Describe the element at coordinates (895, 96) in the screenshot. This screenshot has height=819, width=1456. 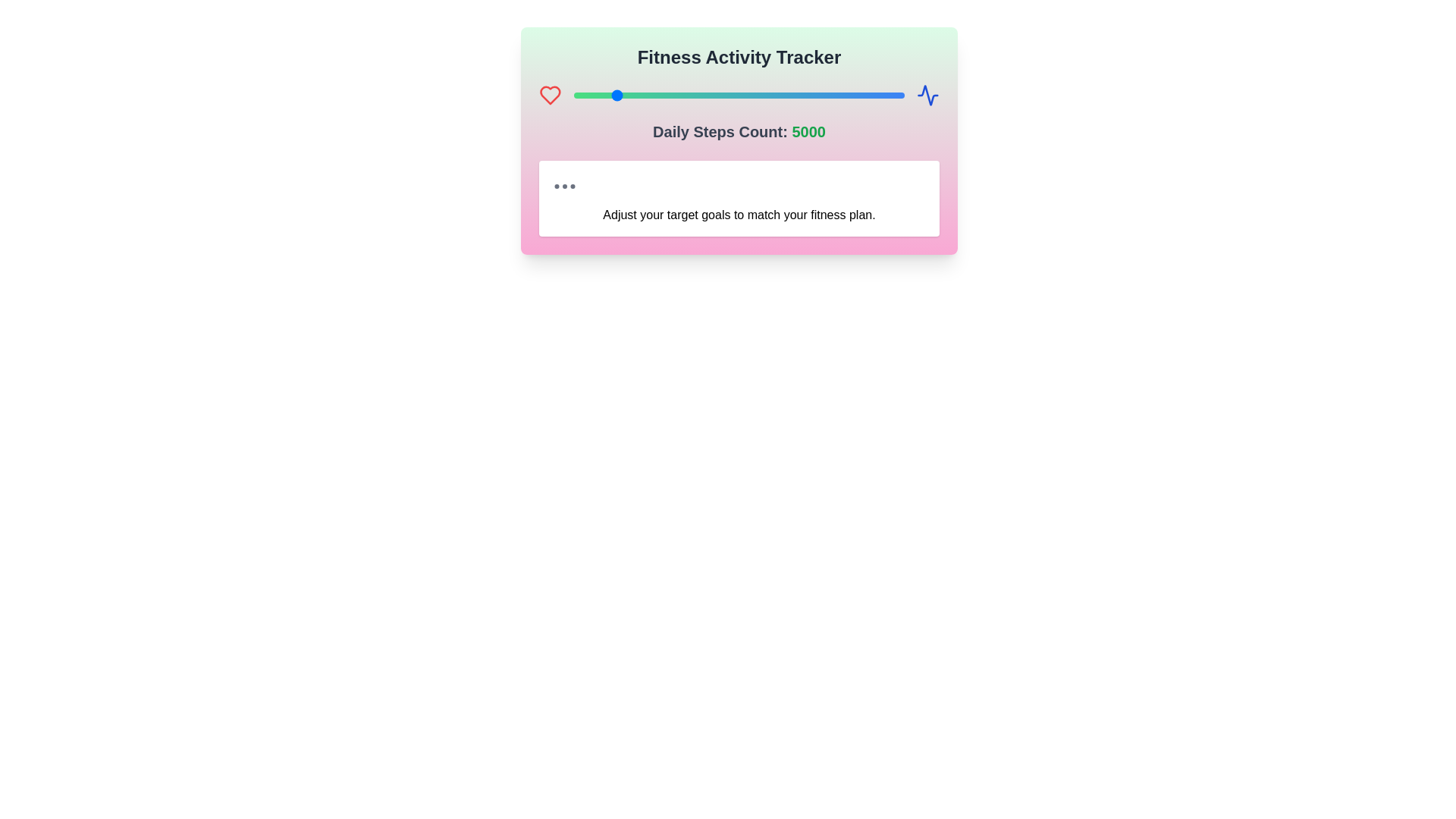
I see `the steps count to 19498 using the slider` at that location.